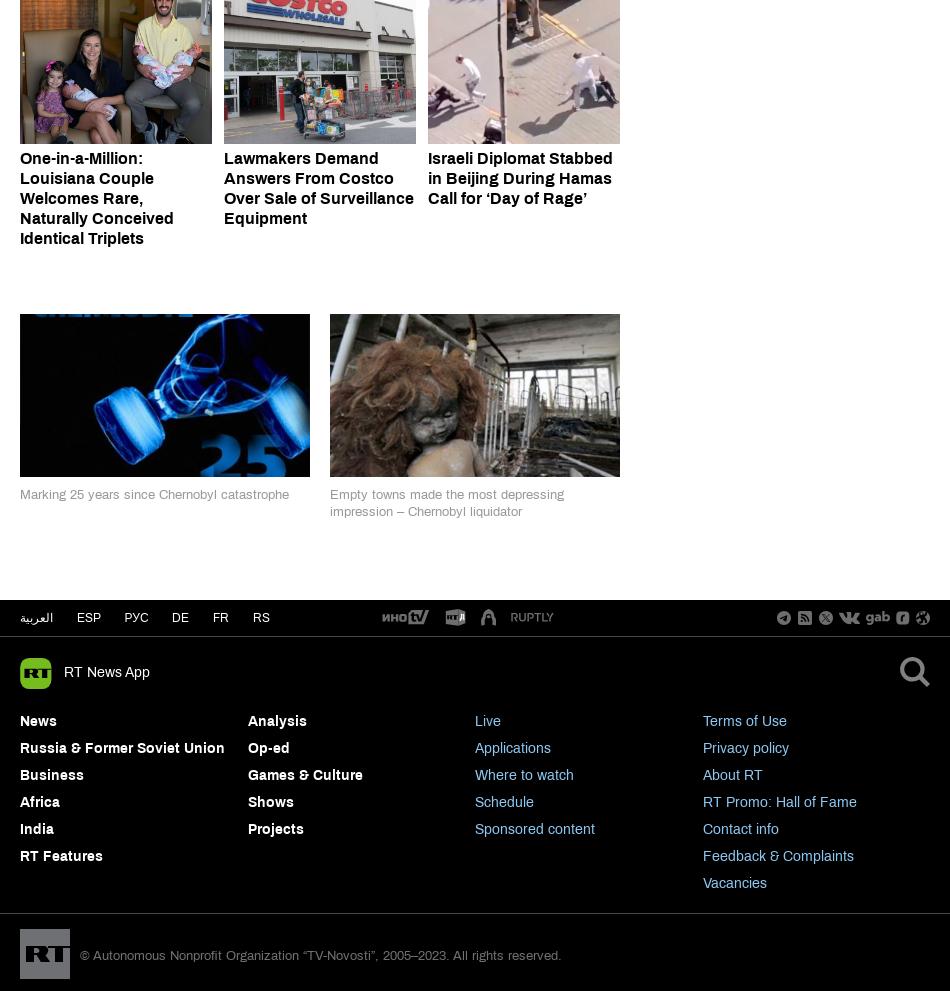 This screenshot has width=950, height=991. I want to click on 'Op-ed', so click(246, 746).